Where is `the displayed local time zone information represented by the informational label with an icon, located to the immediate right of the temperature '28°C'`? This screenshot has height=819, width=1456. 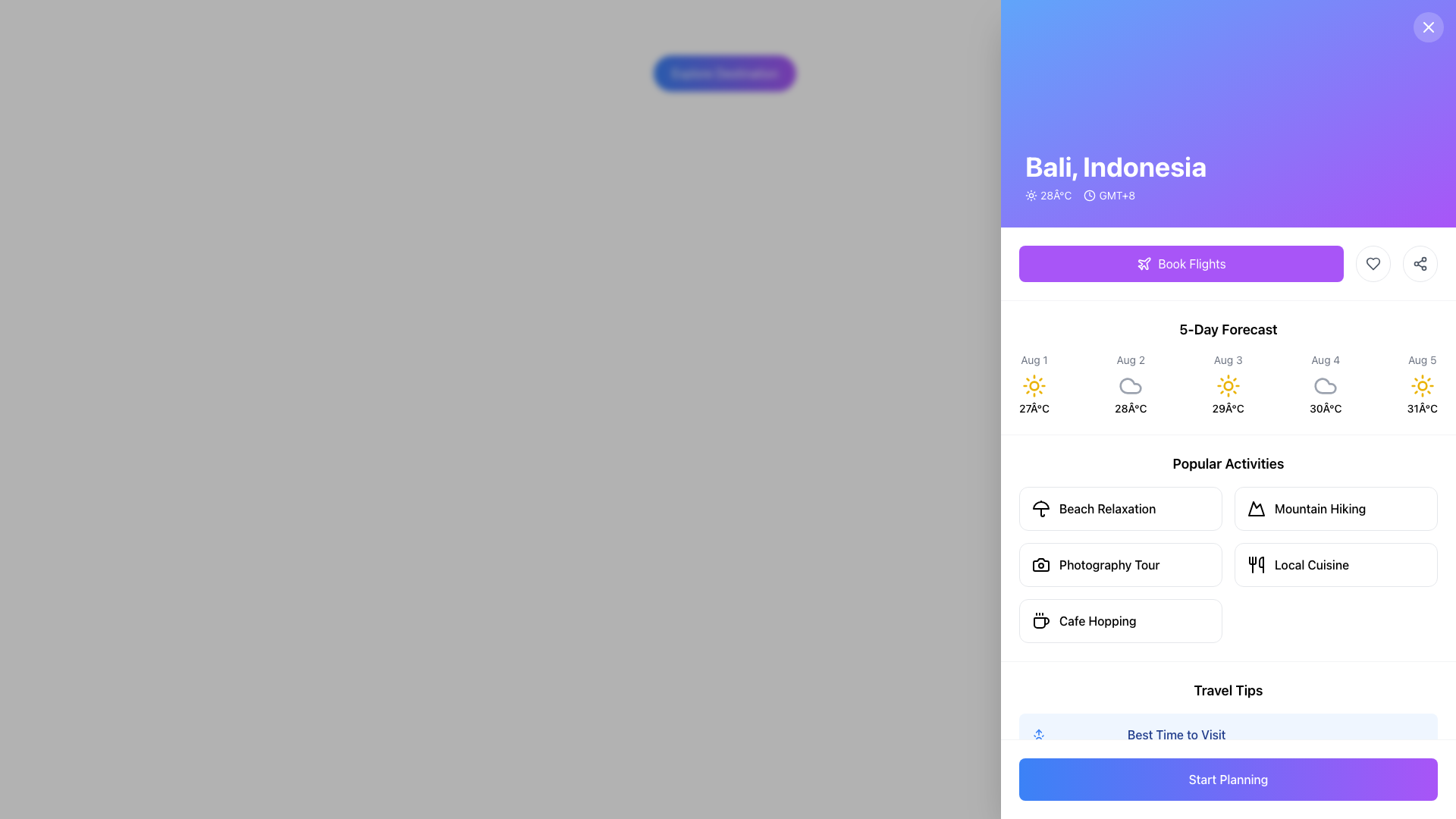
the displayed local time zone information represented by the informational label with an icon, located to the immediate right of the temperature '28°C' is located at coordinates (1109, 195).